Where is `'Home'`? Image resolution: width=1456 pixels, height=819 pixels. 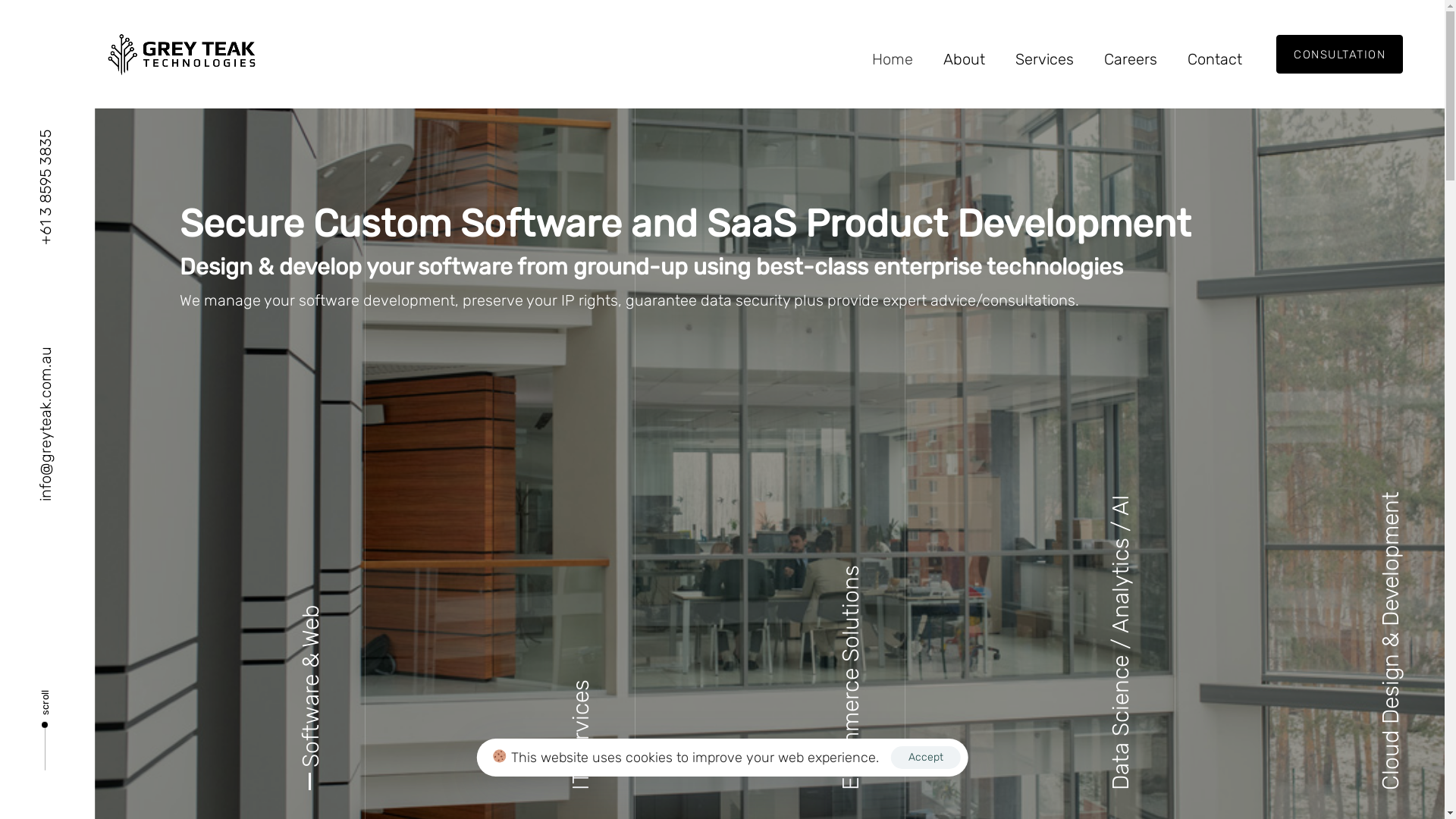
'Home' is located at coordinates (856, 58).